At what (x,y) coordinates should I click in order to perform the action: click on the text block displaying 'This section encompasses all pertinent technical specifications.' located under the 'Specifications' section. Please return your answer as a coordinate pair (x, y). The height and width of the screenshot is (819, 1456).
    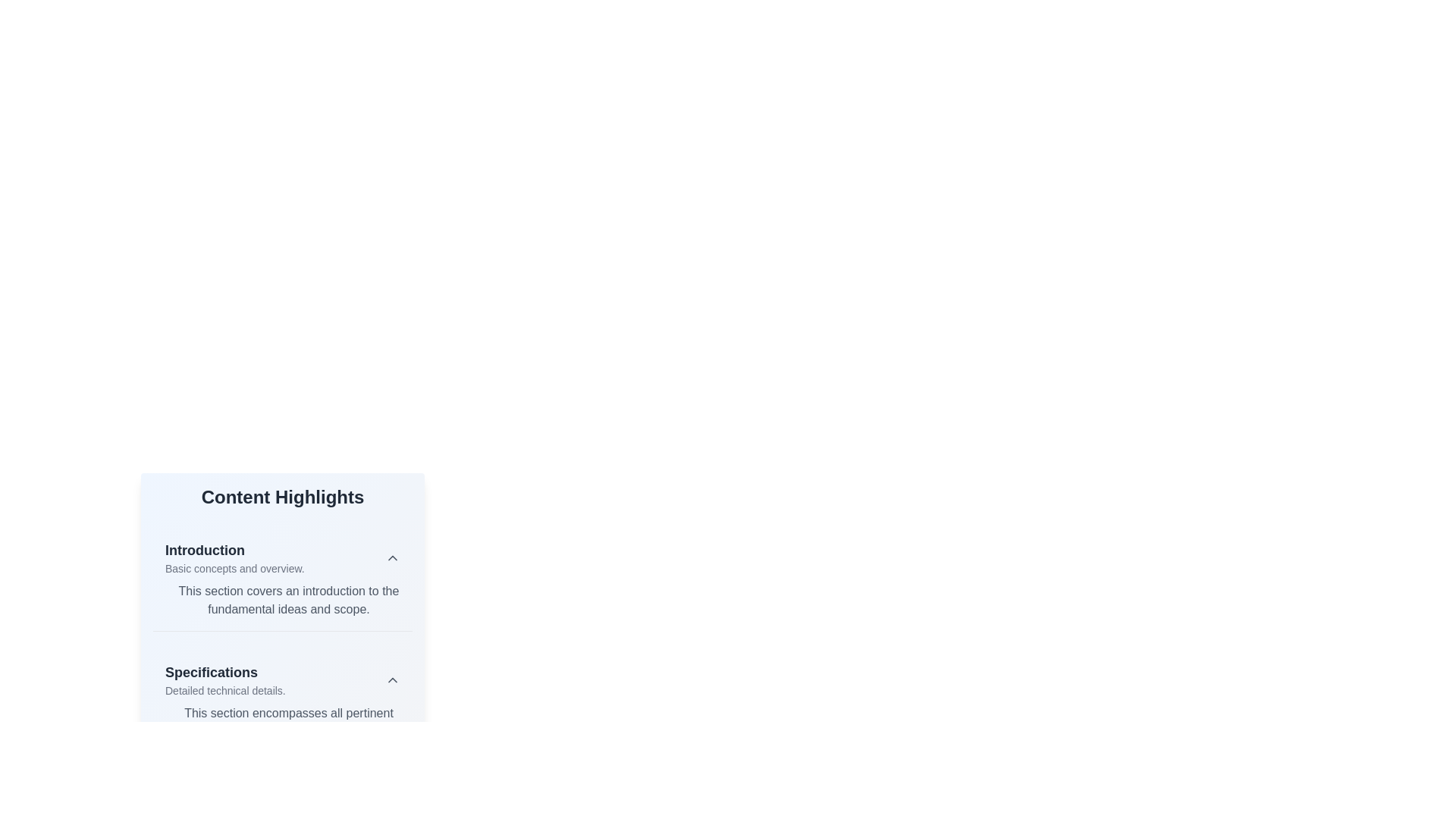
    Looking at the image, I should click on (283, 721).